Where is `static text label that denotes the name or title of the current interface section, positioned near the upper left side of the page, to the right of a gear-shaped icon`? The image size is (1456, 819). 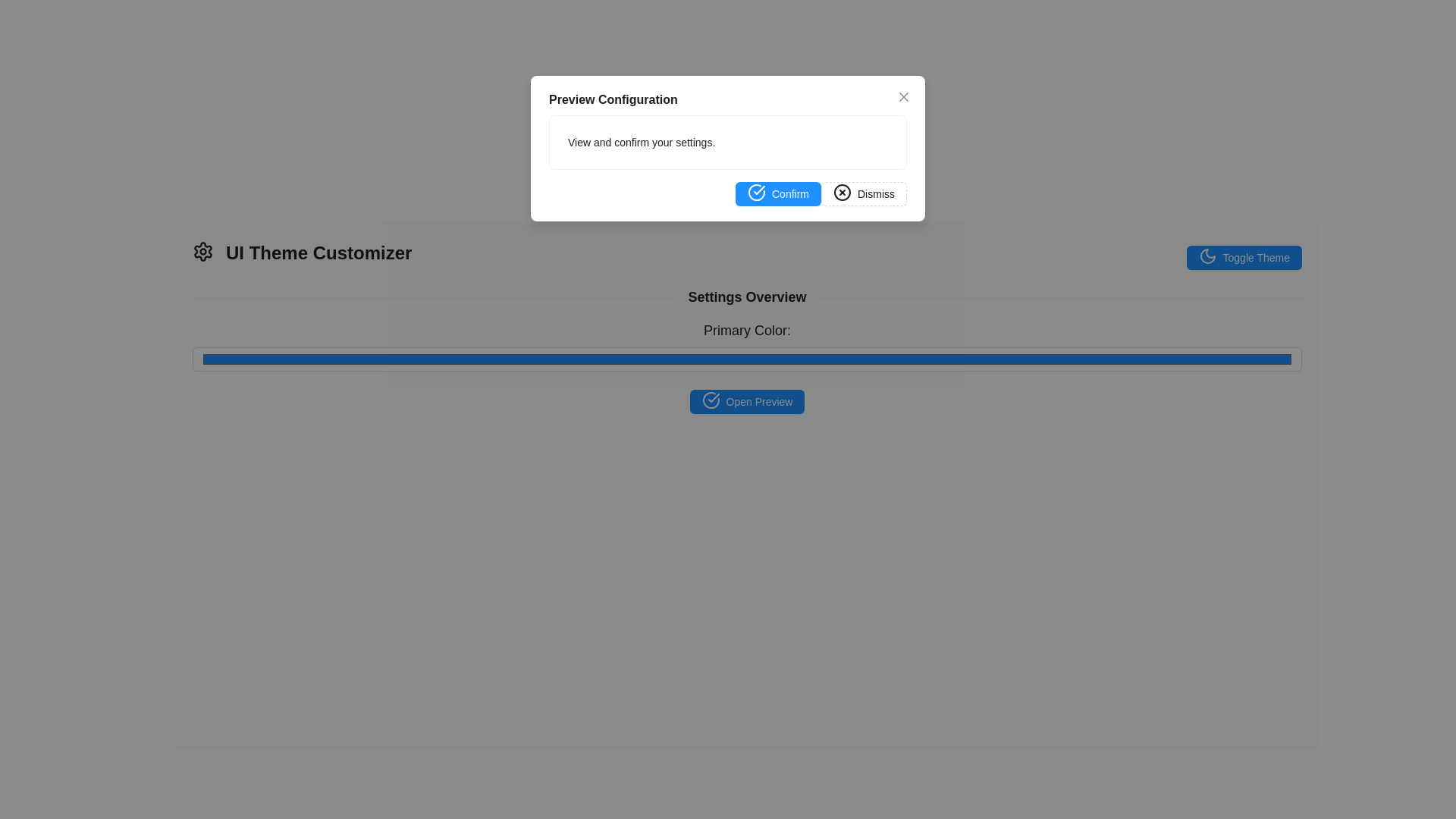 static text label that denotes the name or title of the current interface section, positioned near the upper left side of the page, to the right of a gear-shaped icon is located at coordinates (318, 253).